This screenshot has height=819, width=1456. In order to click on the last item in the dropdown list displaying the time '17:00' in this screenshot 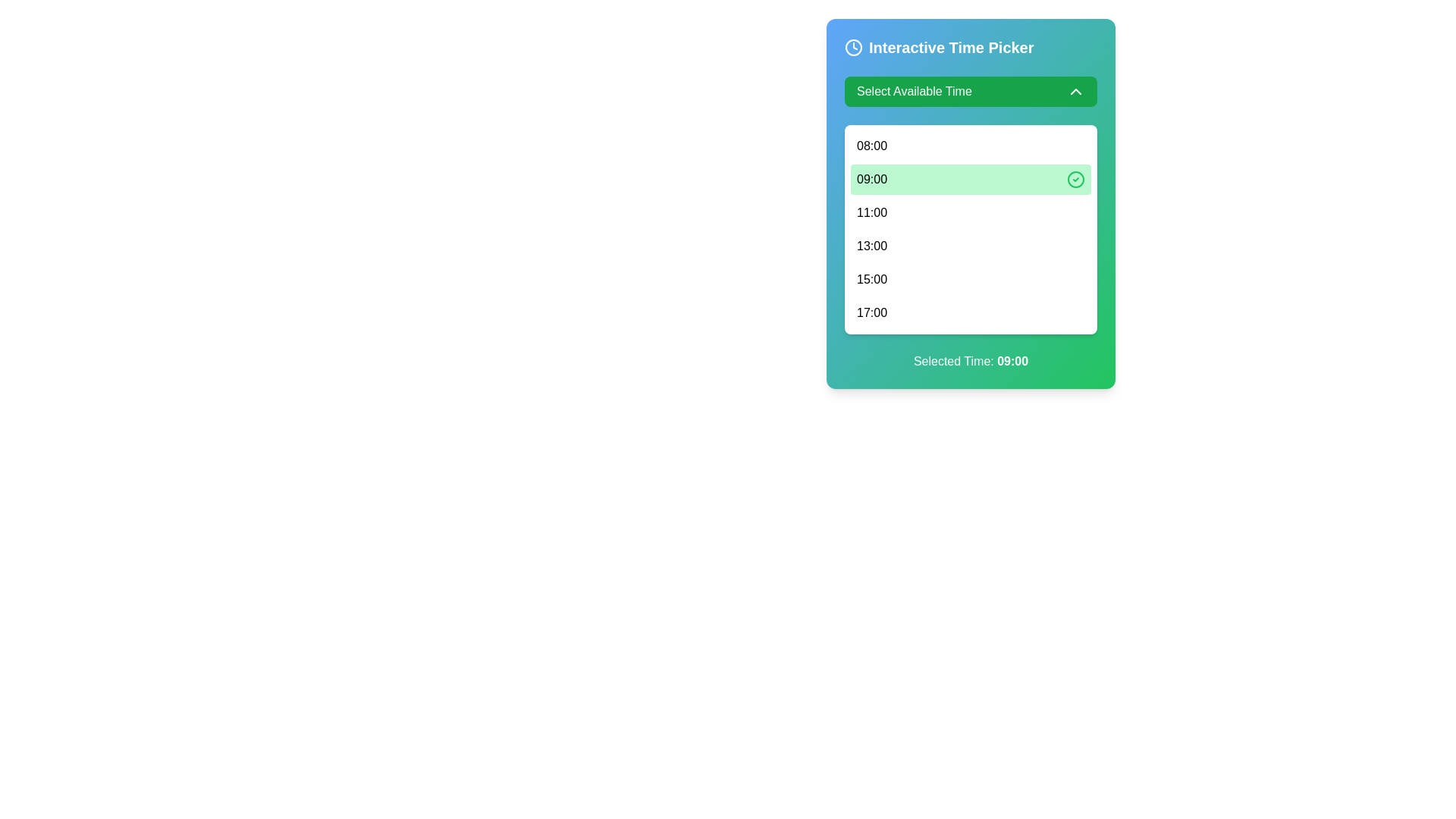, I will do `click(971, 312)`.